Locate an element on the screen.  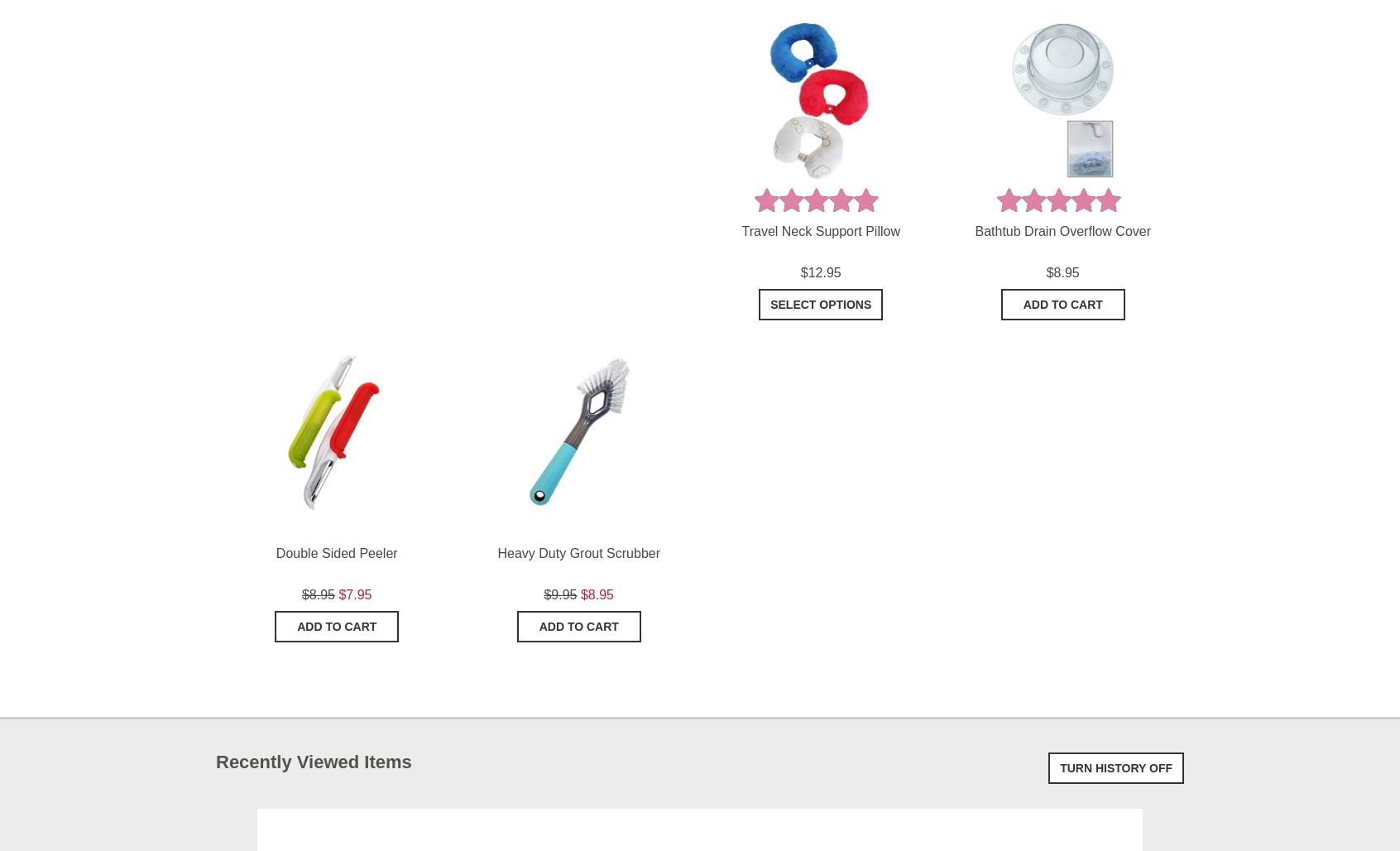
'Travel Neck Support Pillow' is located at coordinates (819, 231).